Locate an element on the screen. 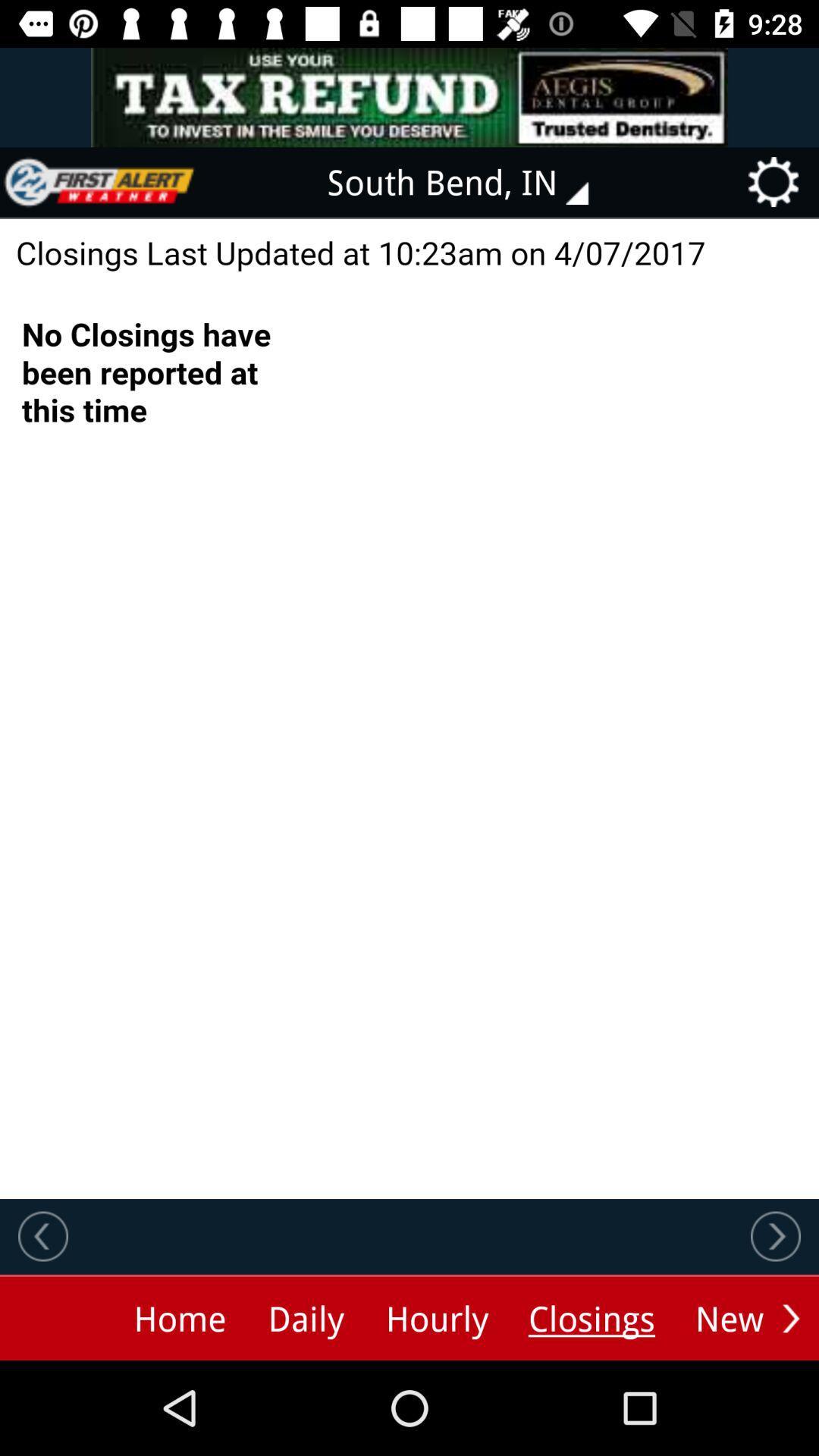 Image resolution: width=819 pixels, height=1456 pixels. aegis dental group banner advertisement is located at coordinates (409, 96).